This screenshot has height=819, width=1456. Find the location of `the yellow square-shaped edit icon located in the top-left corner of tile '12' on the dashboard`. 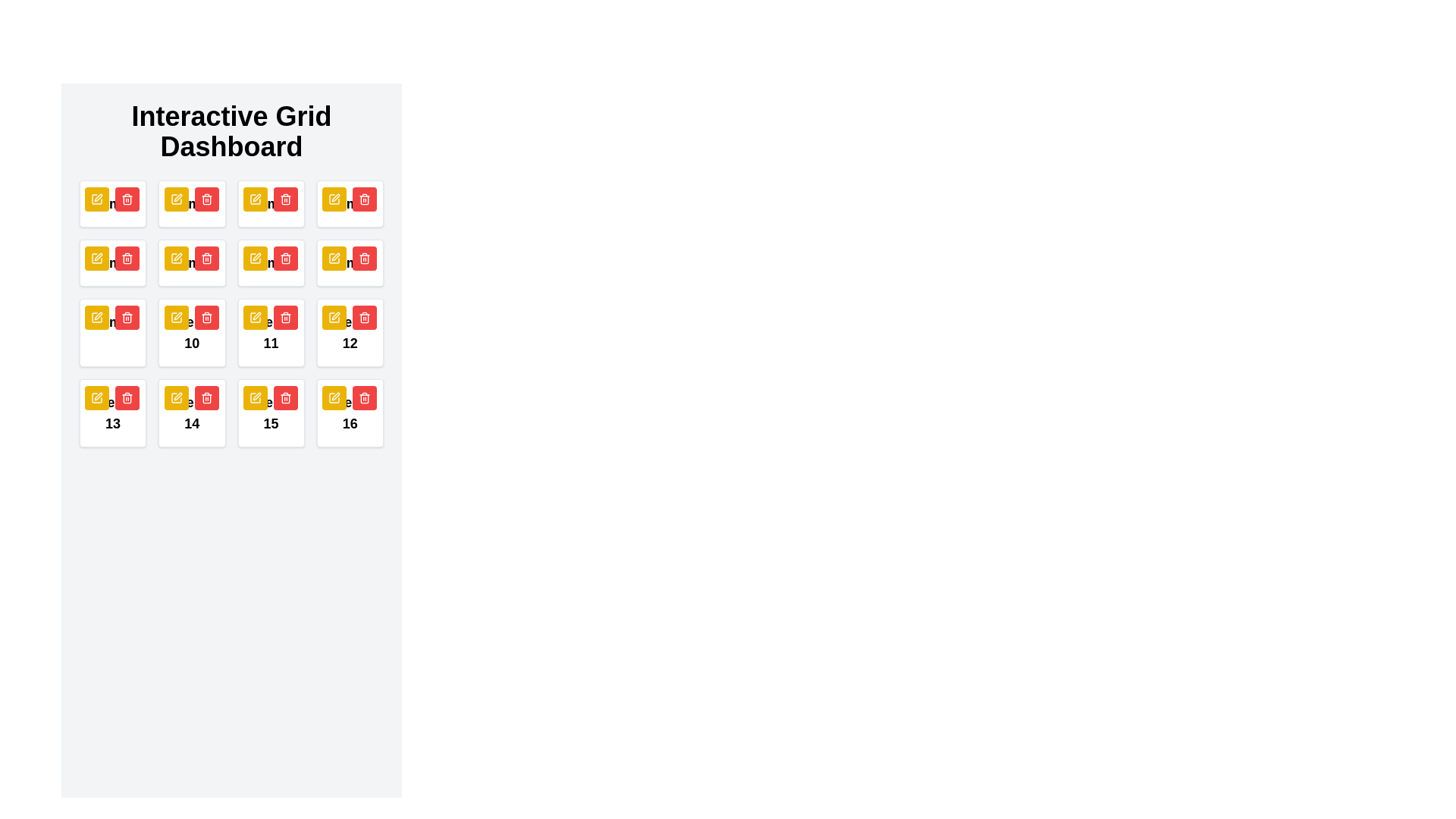

the yellow square-shaped edit icon located in the top-left corner of tile '12' on the dashboard is located at coordinates (334, 317).